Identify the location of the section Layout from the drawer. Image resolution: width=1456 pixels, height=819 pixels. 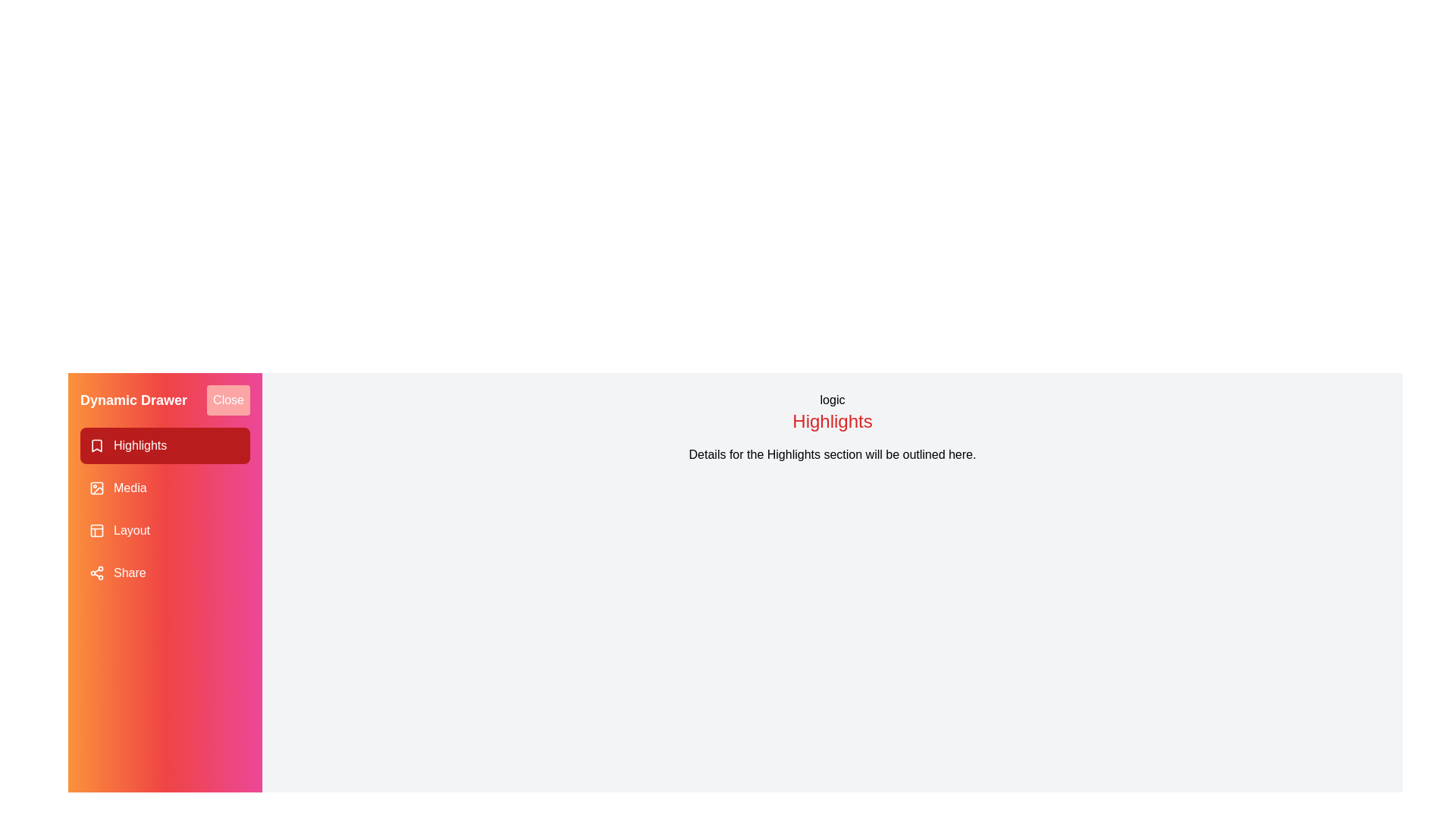
(165, 529).